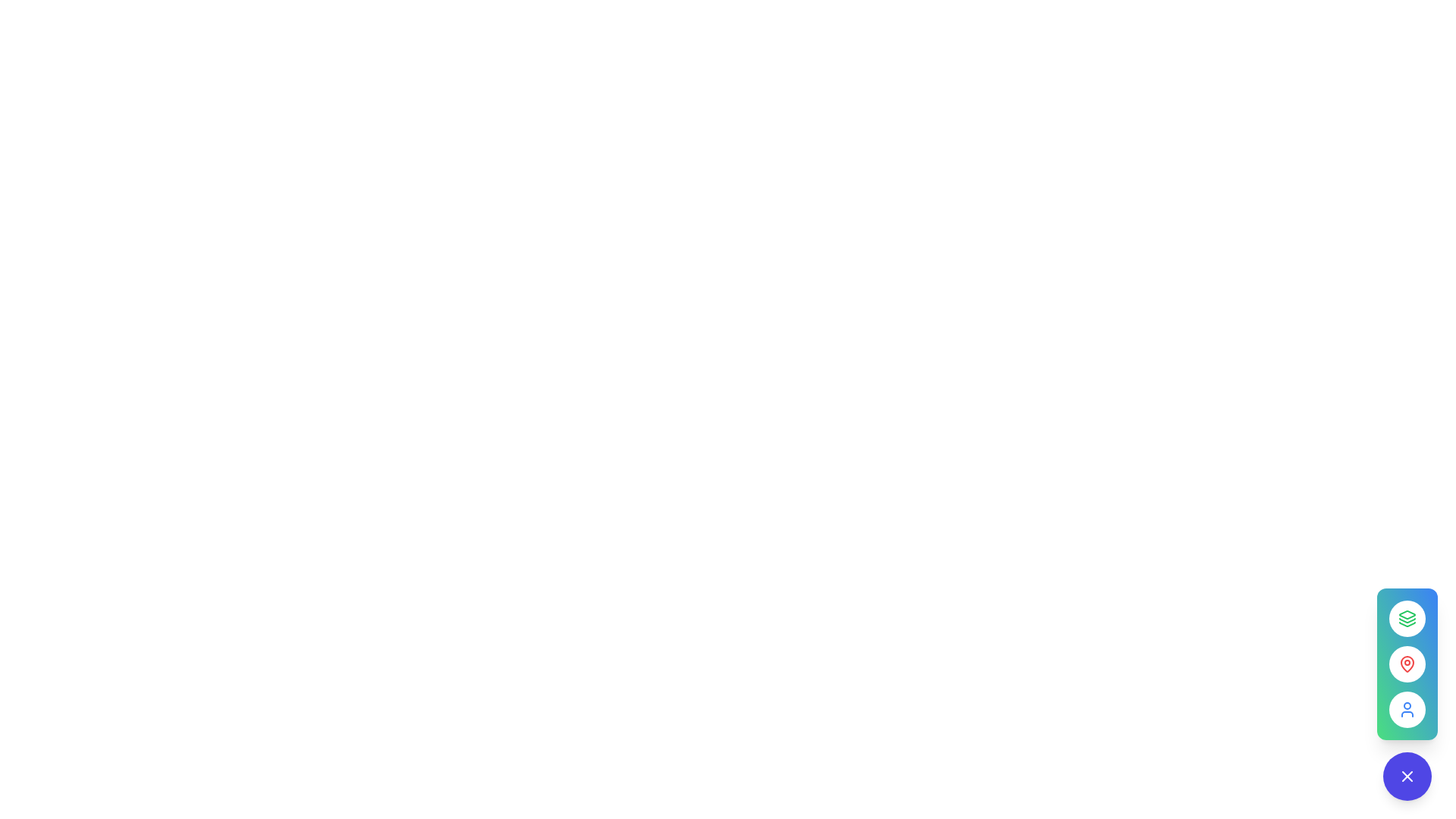  Describe the element at coordinates (1407, 776) in the screenshot. I see `the icon button that resembles a white 'X' on a circular purple background located at the bottom-right corner of the interface` at that location.